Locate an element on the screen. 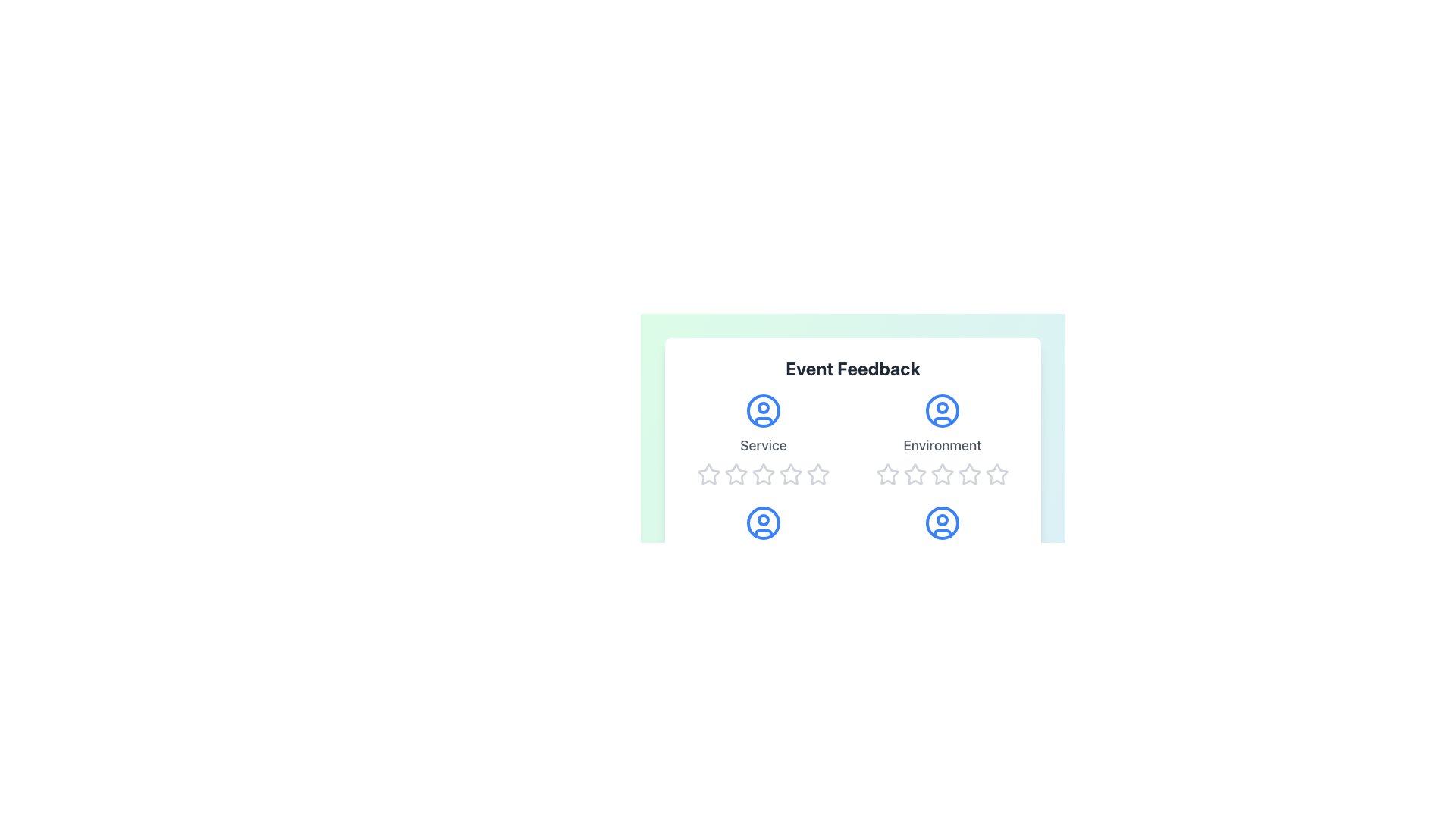  the first star-shaped rating icon, which is hollow and light gray, located below the 'Service' category label in the 'Event Feedback' form is located at coordinates (708, 473).